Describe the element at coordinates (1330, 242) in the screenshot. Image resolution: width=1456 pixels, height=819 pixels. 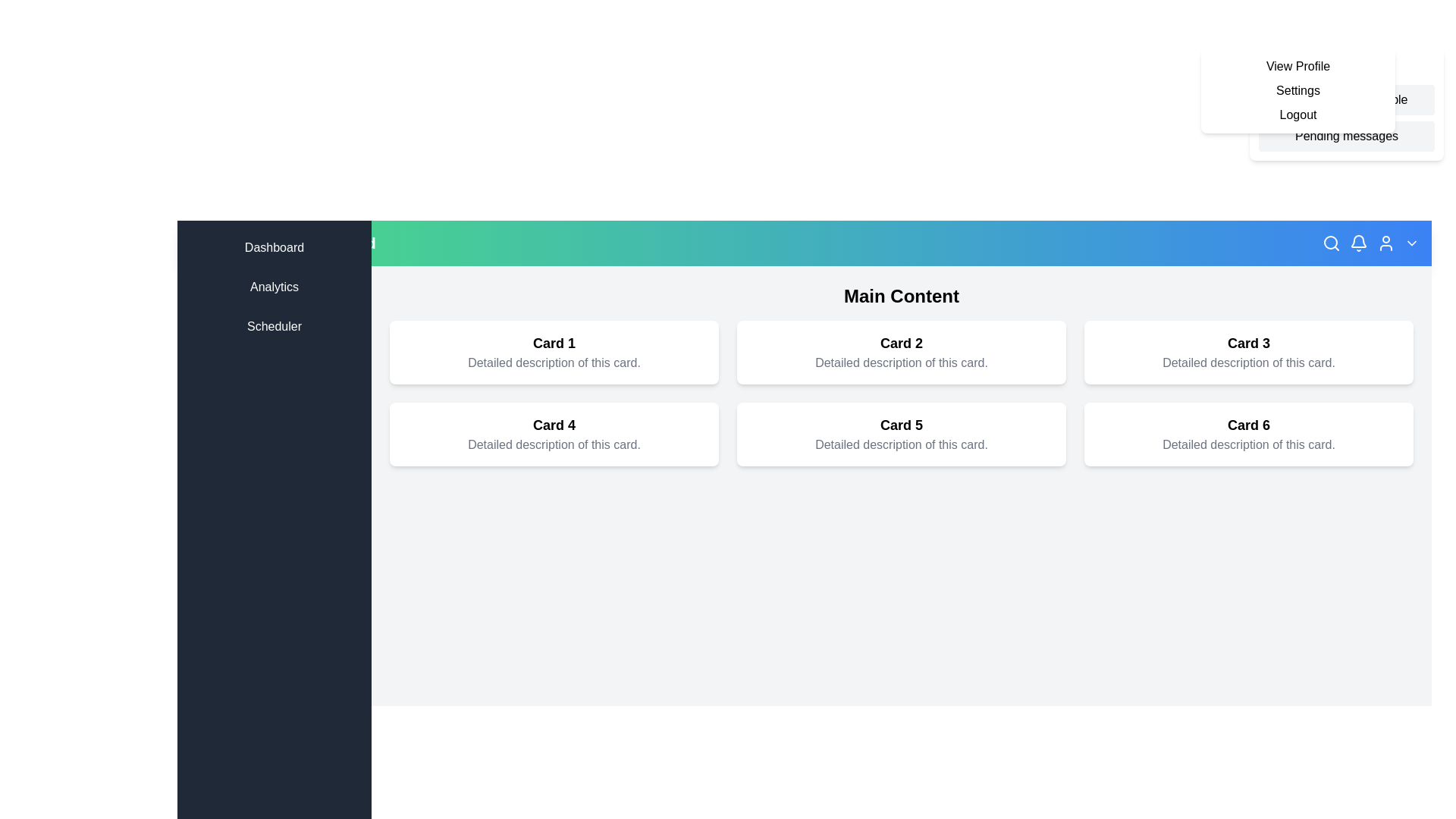
I see `the circular graphical element within the search icon located in the top-right corner of the interface` at that location.